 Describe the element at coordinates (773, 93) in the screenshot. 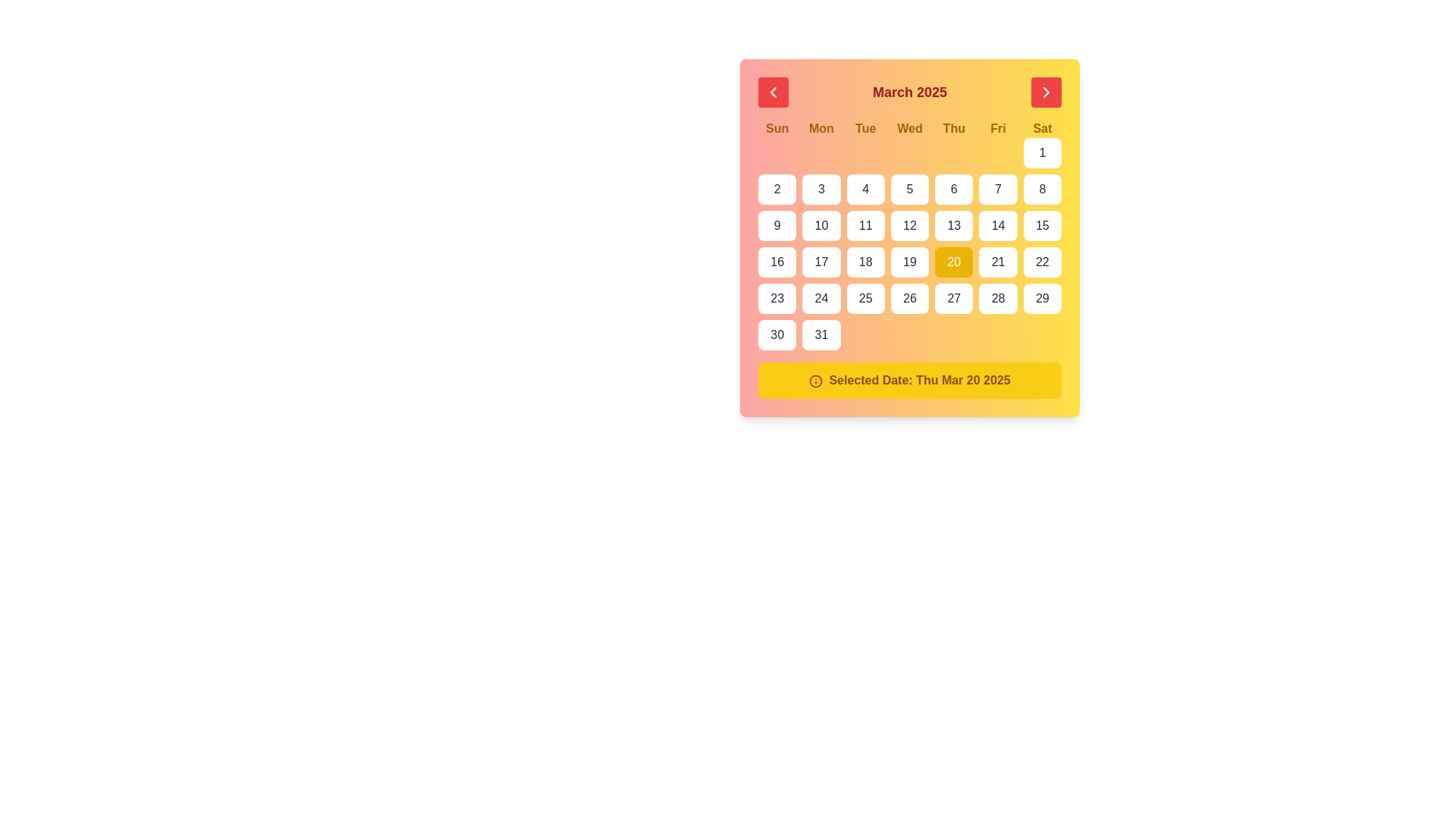

I see `the left arrow button` at that location.